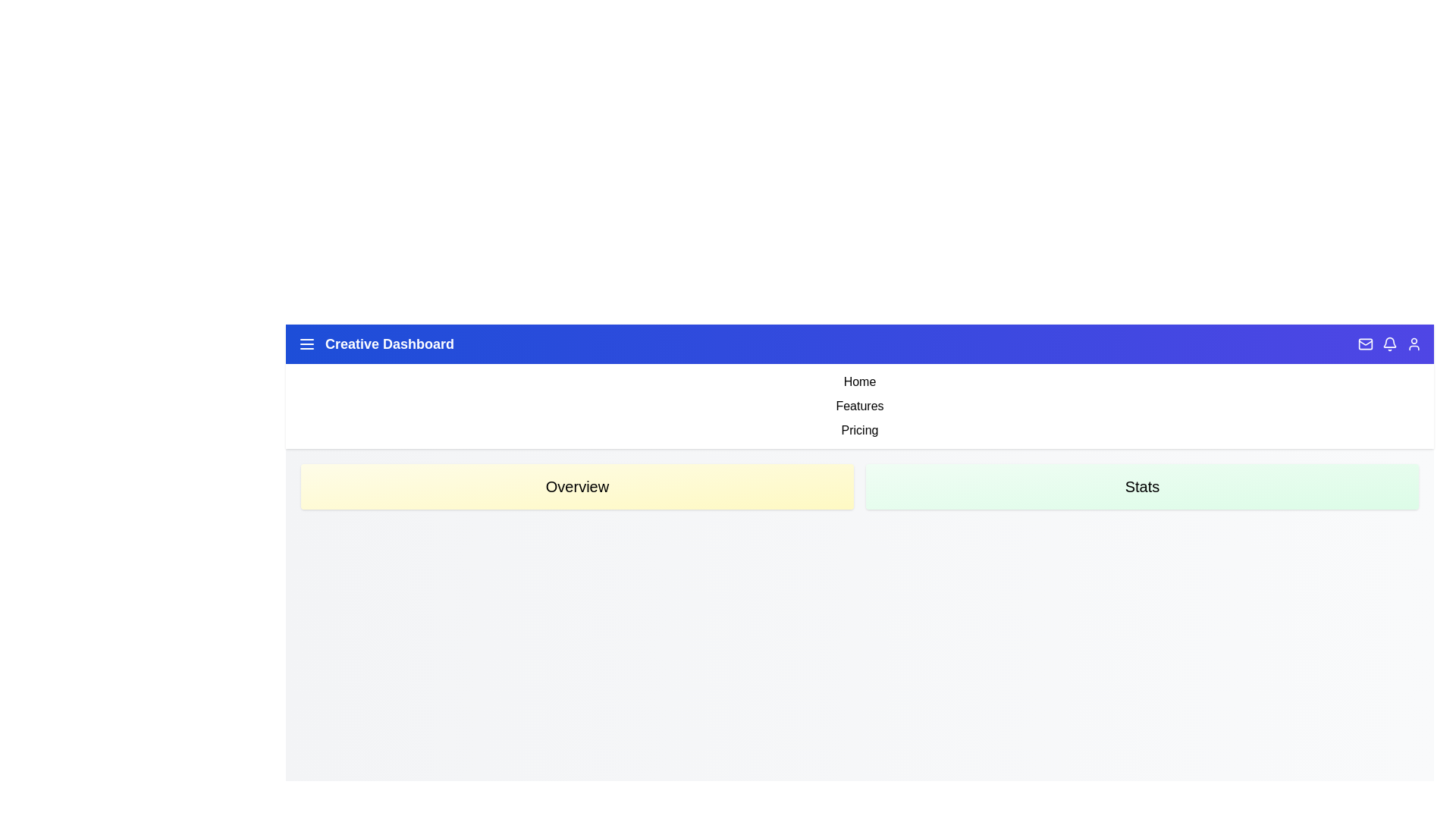  What do you see at coordinates (859, 381) in the screenshot?
I see `the link corresponding to Home to navigate to the respective section` at bounding box center [859, 381].